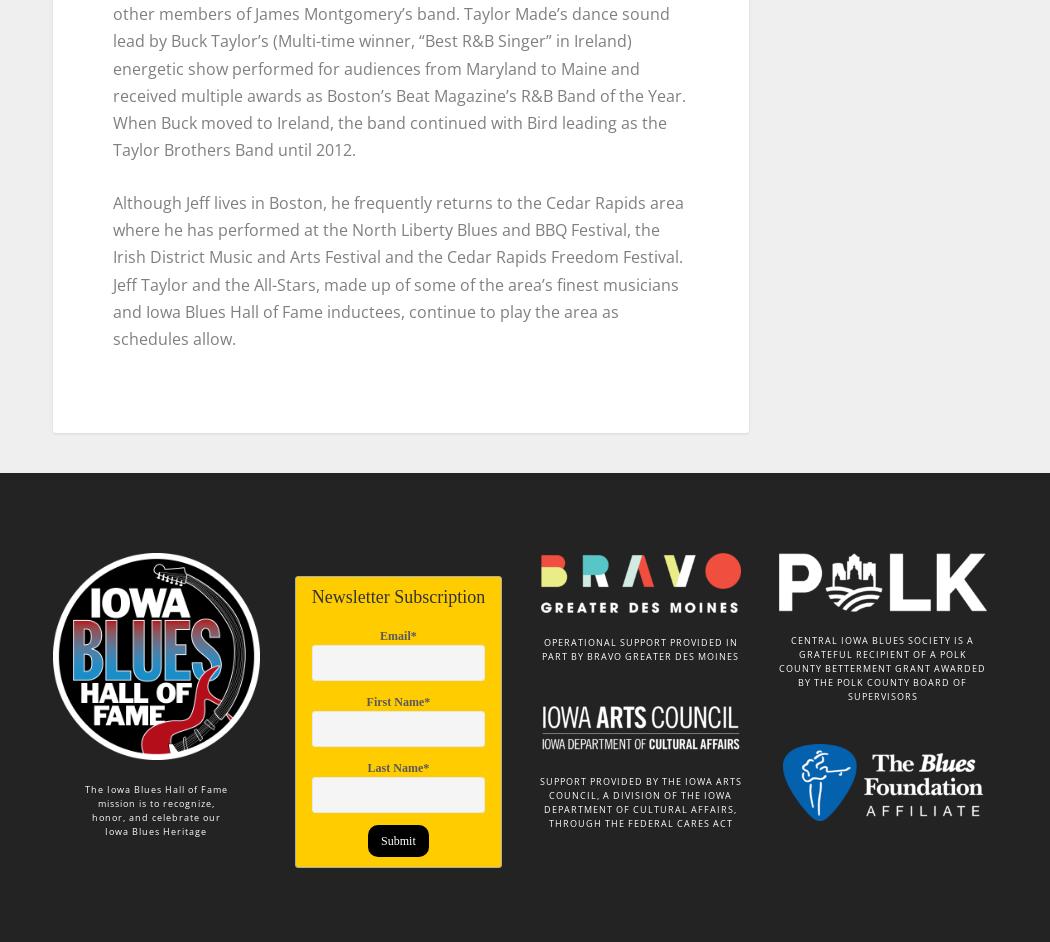 The image size is (1050, 942). I want to click on 'OPERATIONAL SUPPORT PROVIDED IN PART BY BRAVO GREATER DES MOINES', so click(639, 638).